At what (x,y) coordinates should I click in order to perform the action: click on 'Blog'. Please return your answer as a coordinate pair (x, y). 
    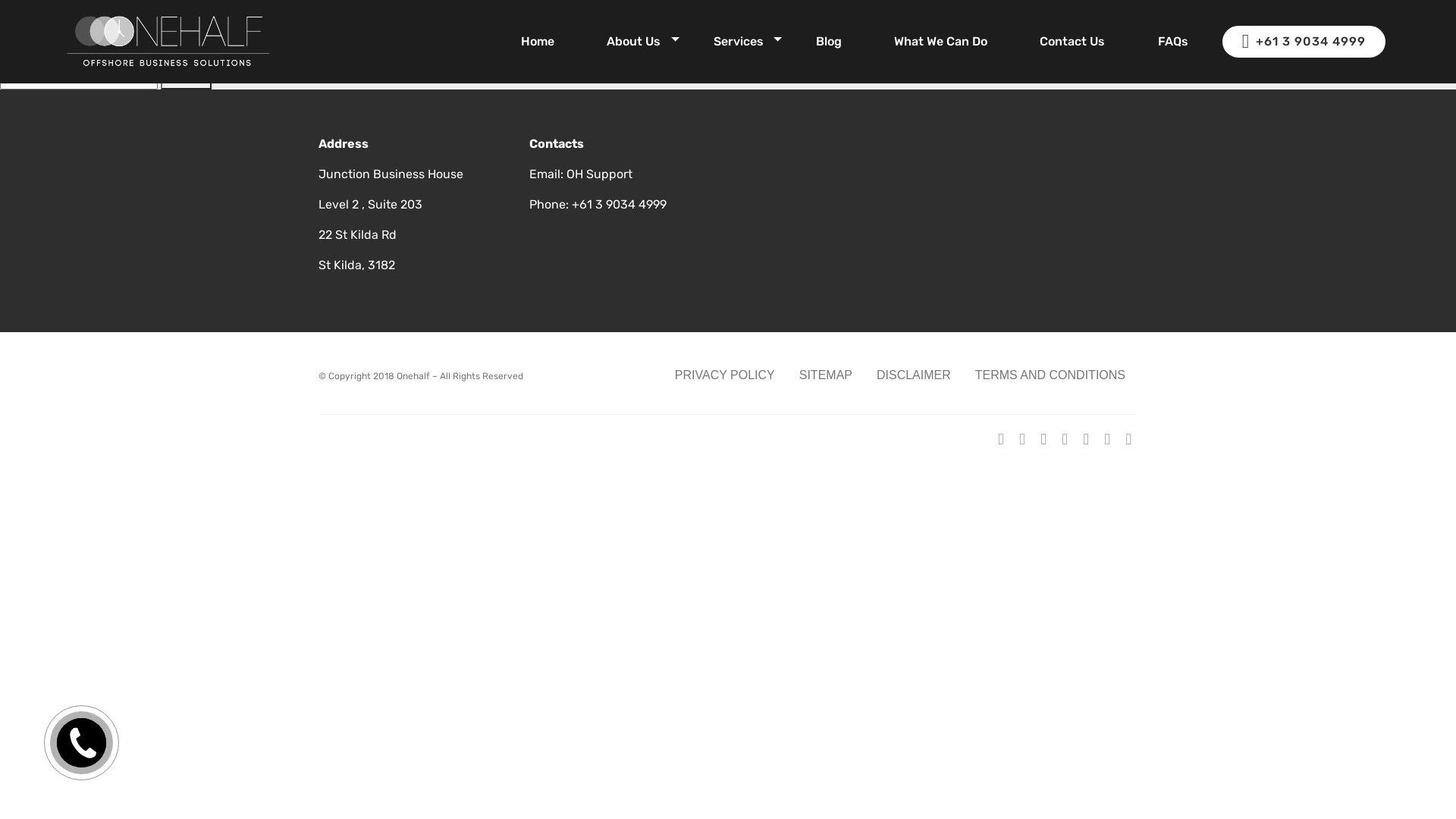
    Looking at the image, I should click on (828, 40).